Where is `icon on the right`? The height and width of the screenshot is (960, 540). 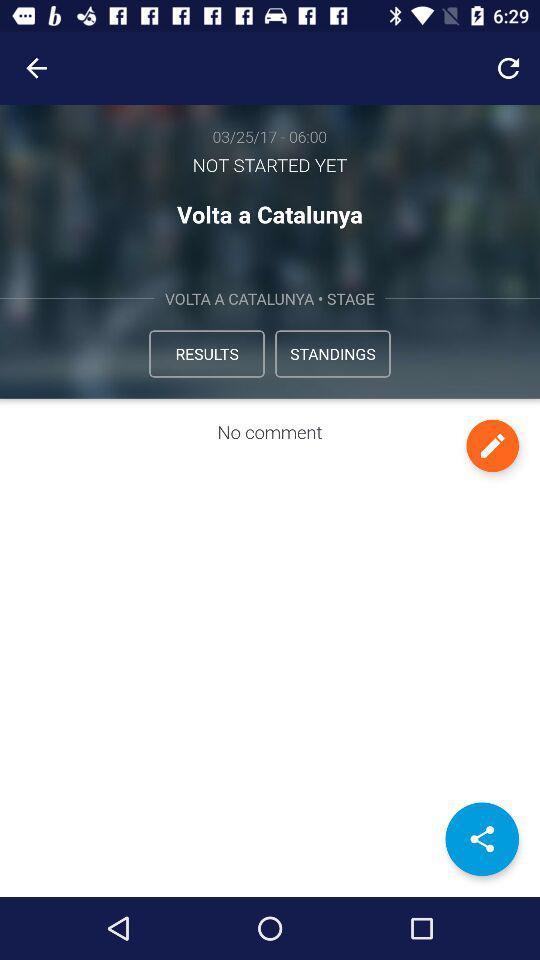
icon on the right is located at coordinates (491, 445).